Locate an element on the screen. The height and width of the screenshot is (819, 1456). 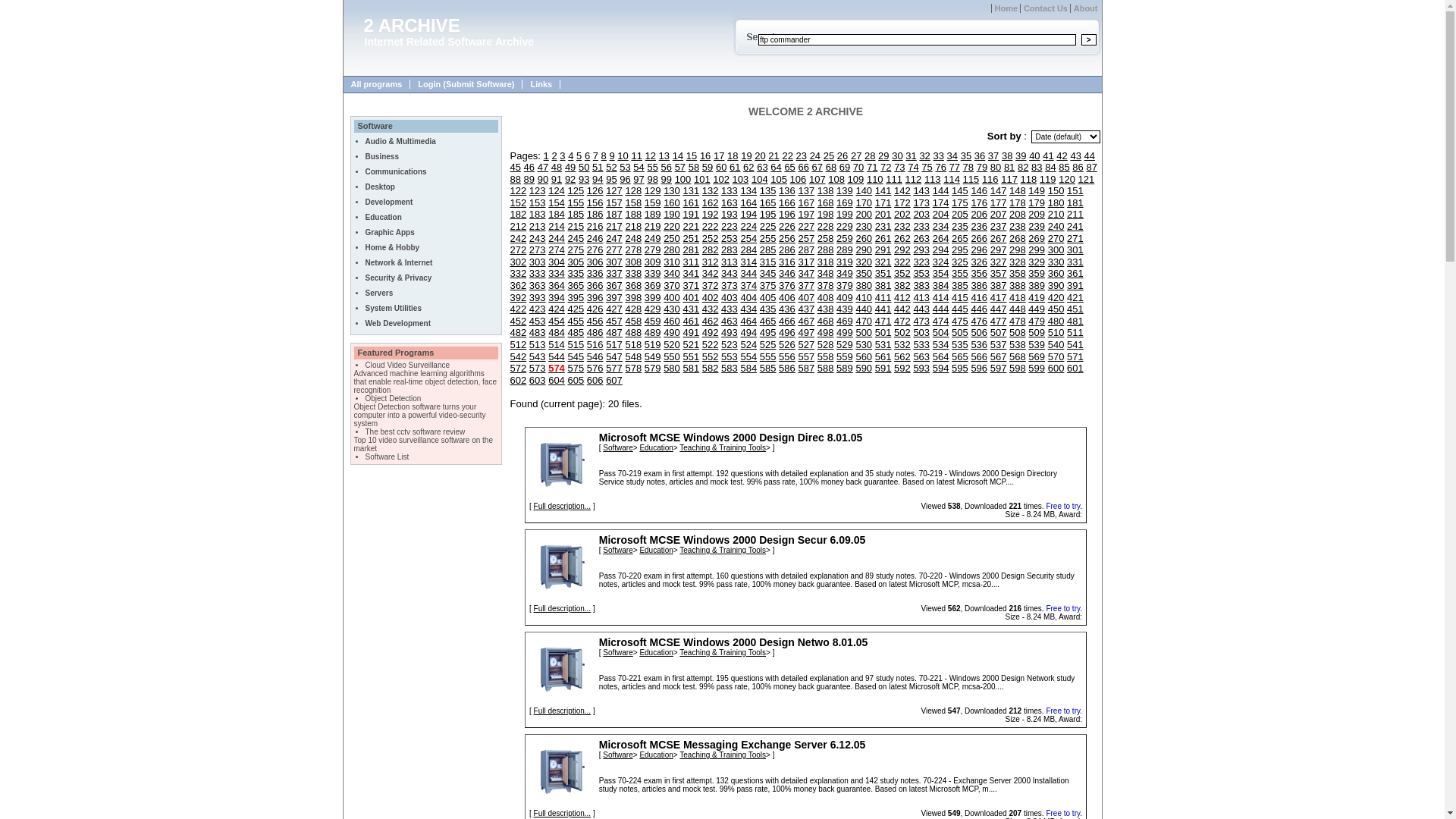
'108' is located at coordinates (827, 178).